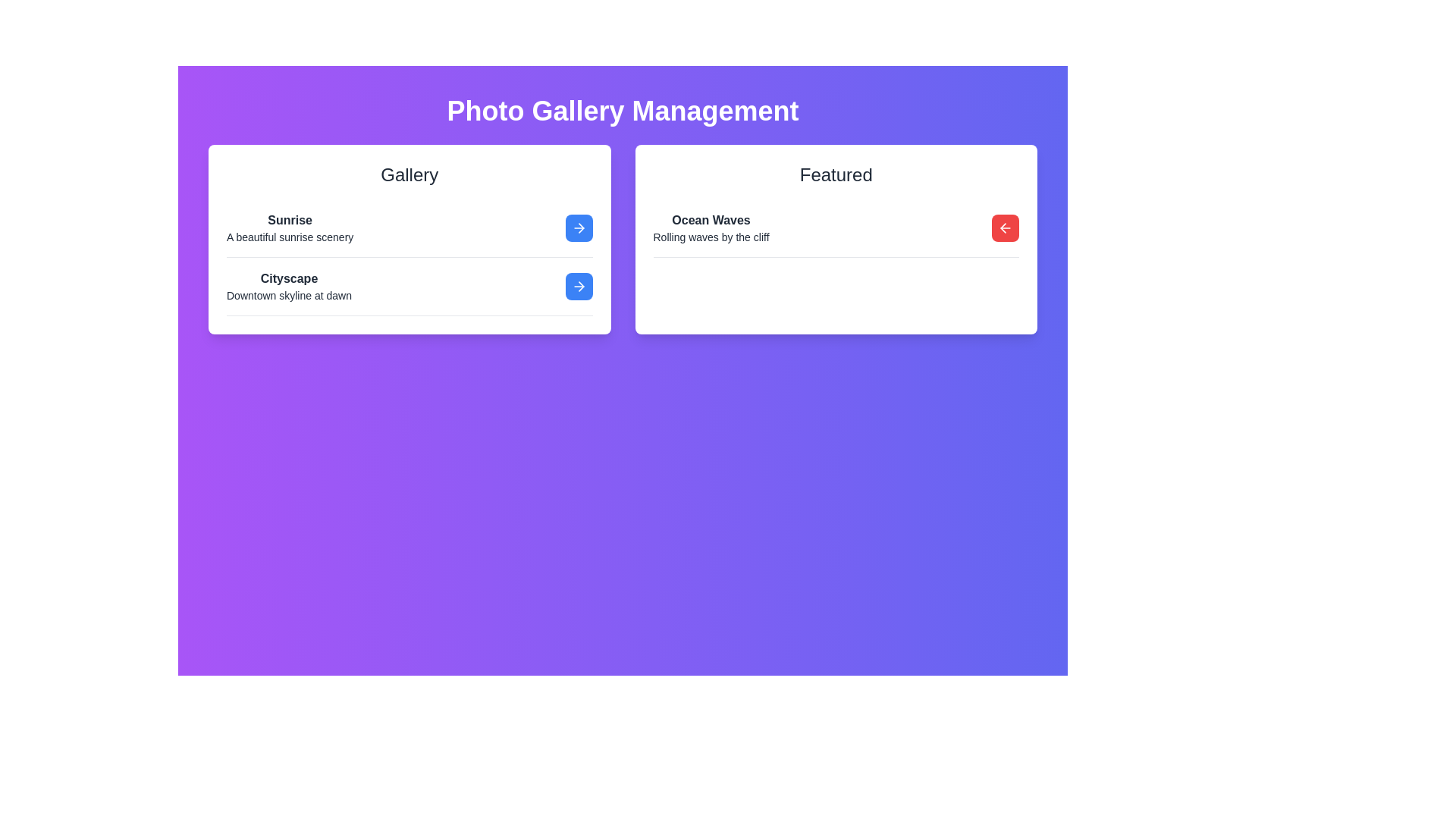 This screenshot has height=819, width=1456. Describe the element at coordinates (289, 278) in the screenshot. I see `the Text label in the 'Gallery' section that serves as a category title for a gallery item, positioned beneath 'Sunrise' and above its descriptive text 'Downtown skyline at dawn'` at that location.